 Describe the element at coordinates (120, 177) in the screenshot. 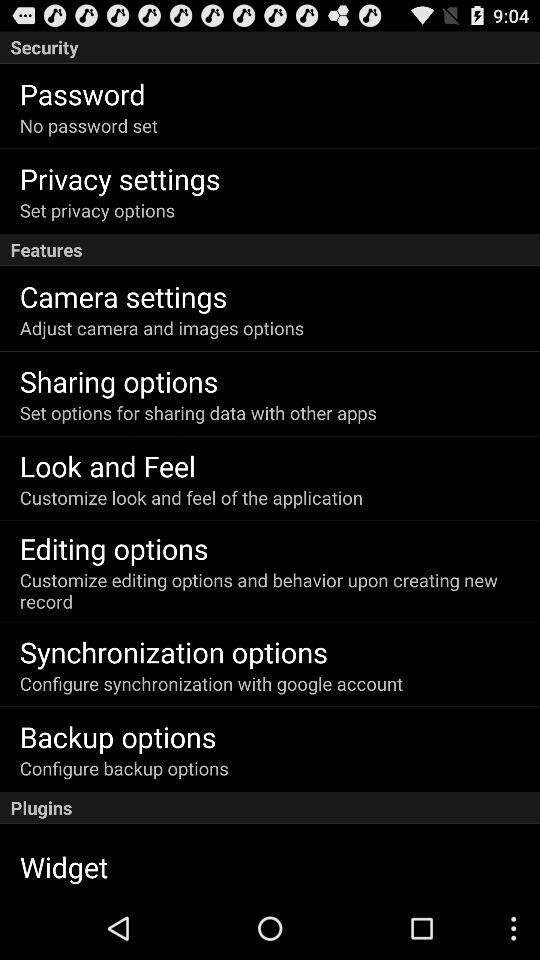

I see `the item below no password set app` at that location.